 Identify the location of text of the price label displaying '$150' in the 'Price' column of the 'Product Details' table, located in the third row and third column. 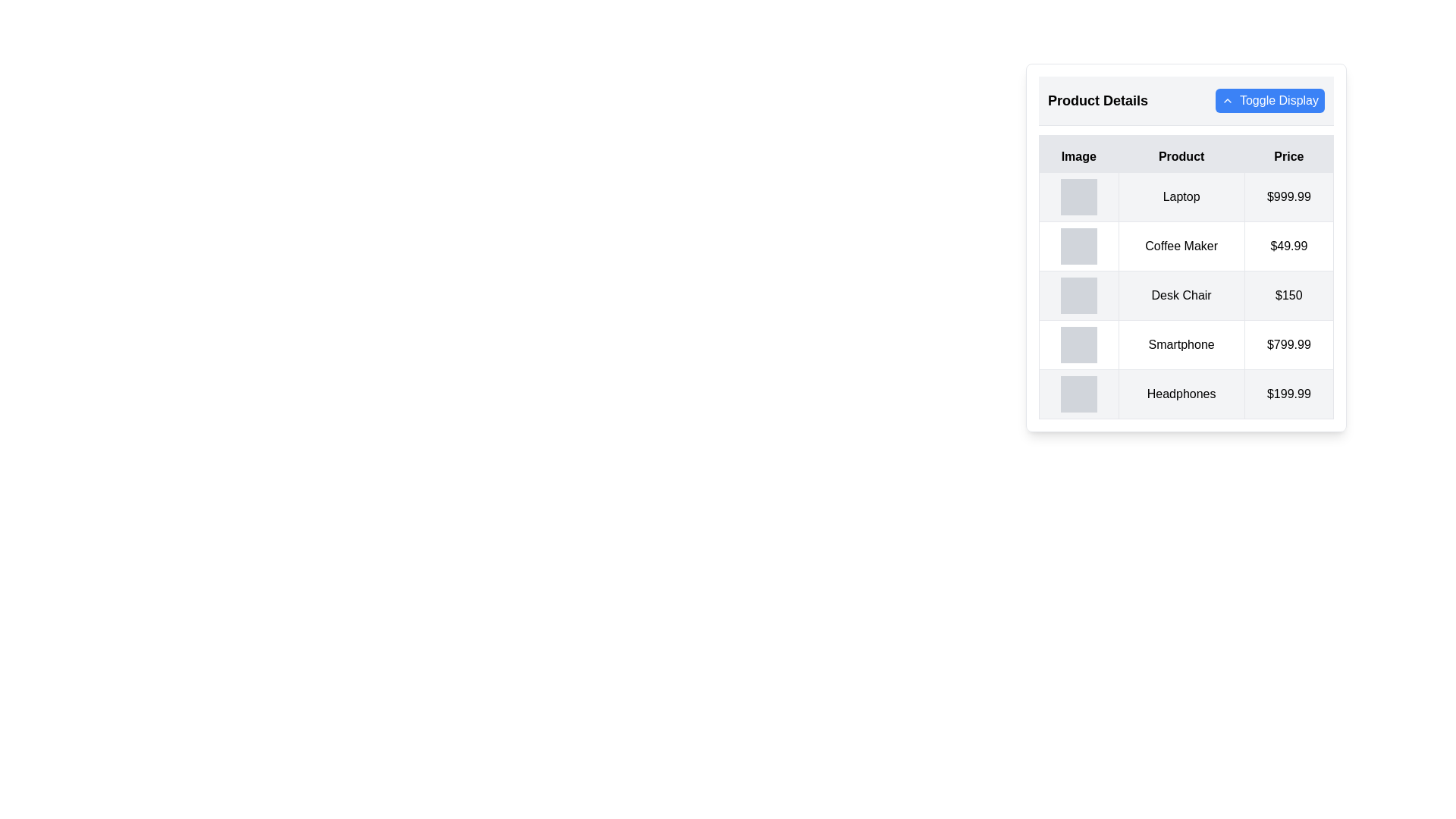
(1288, 295).